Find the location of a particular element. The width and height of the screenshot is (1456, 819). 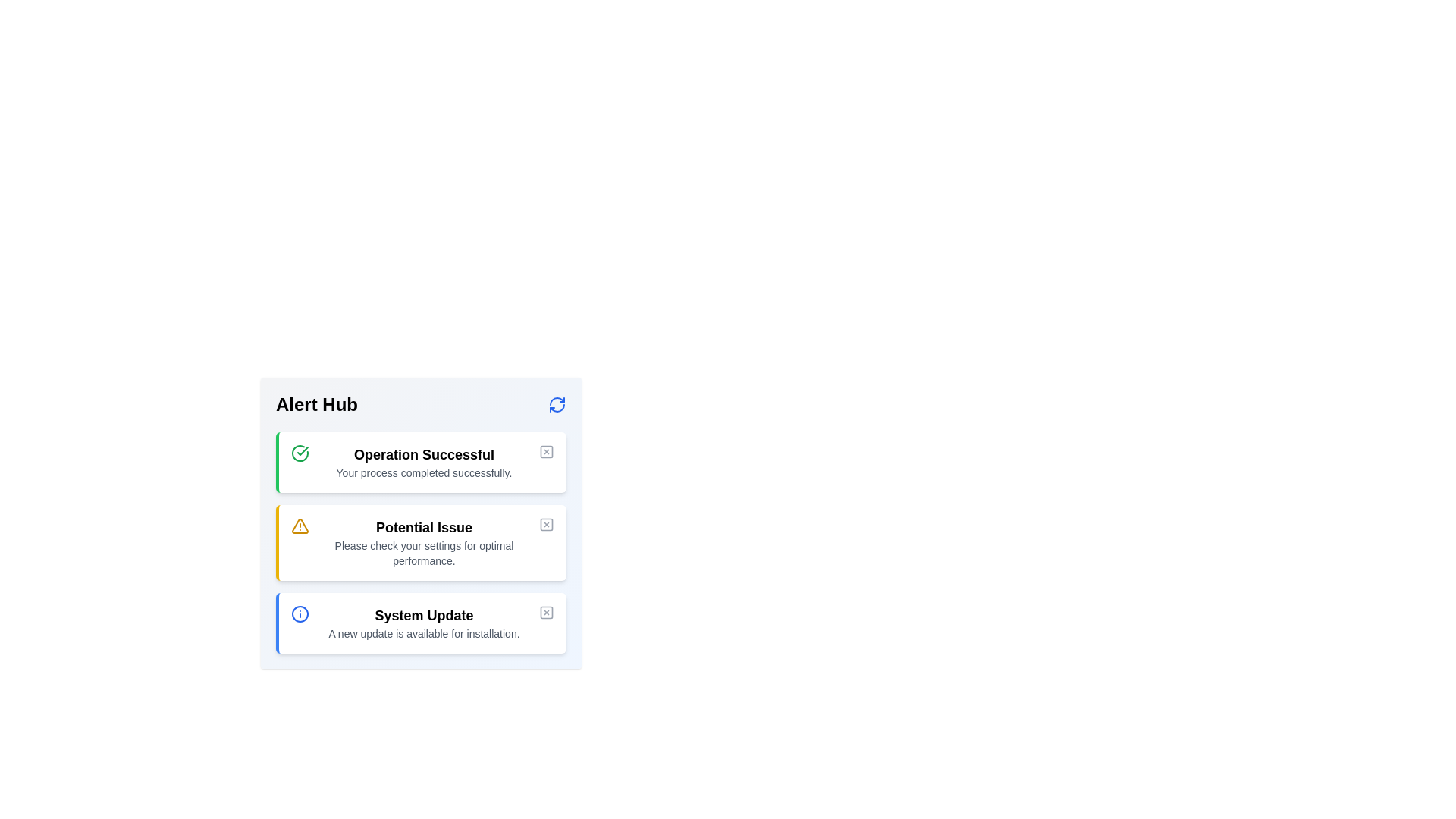

the triangular icon with a yellow border that is located in the second row of the notification list, next to the 'Potential Issue' section to interact with its associated notification is located at coordinates (300, 526).